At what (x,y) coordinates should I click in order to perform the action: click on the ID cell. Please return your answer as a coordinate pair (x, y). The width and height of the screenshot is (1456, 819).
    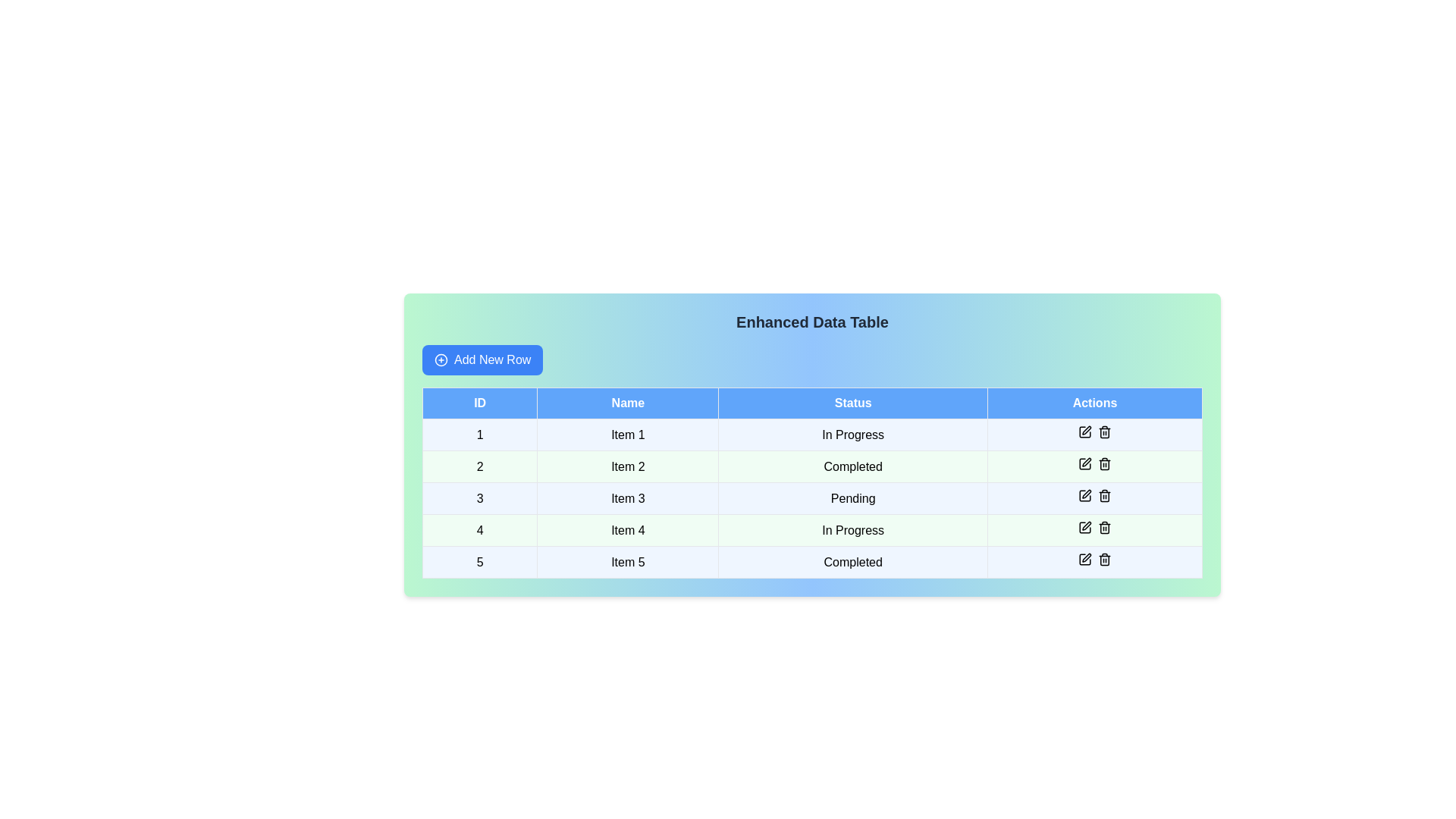
    Looking at the image, I should click on (479, 529).